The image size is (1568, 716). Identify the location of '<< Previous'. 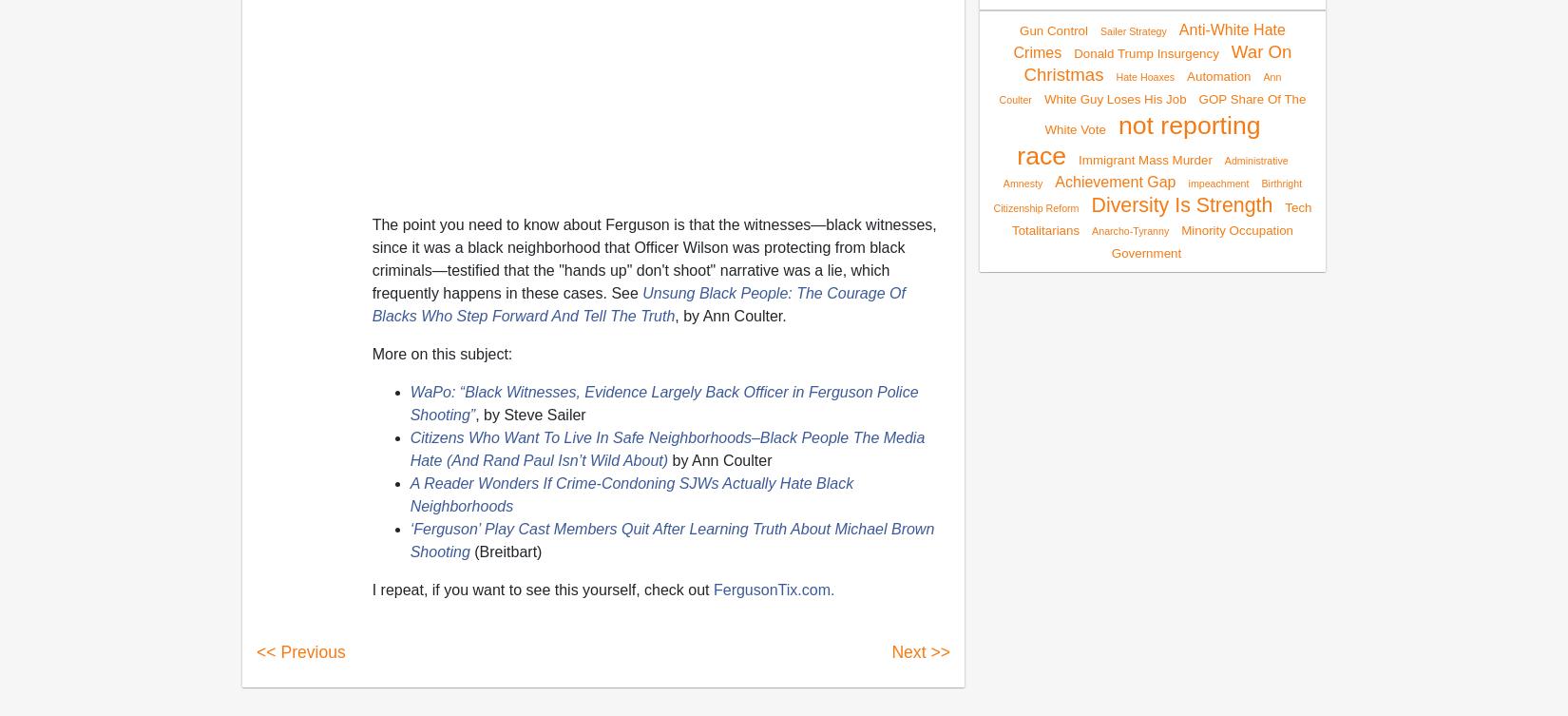
(256, 650).